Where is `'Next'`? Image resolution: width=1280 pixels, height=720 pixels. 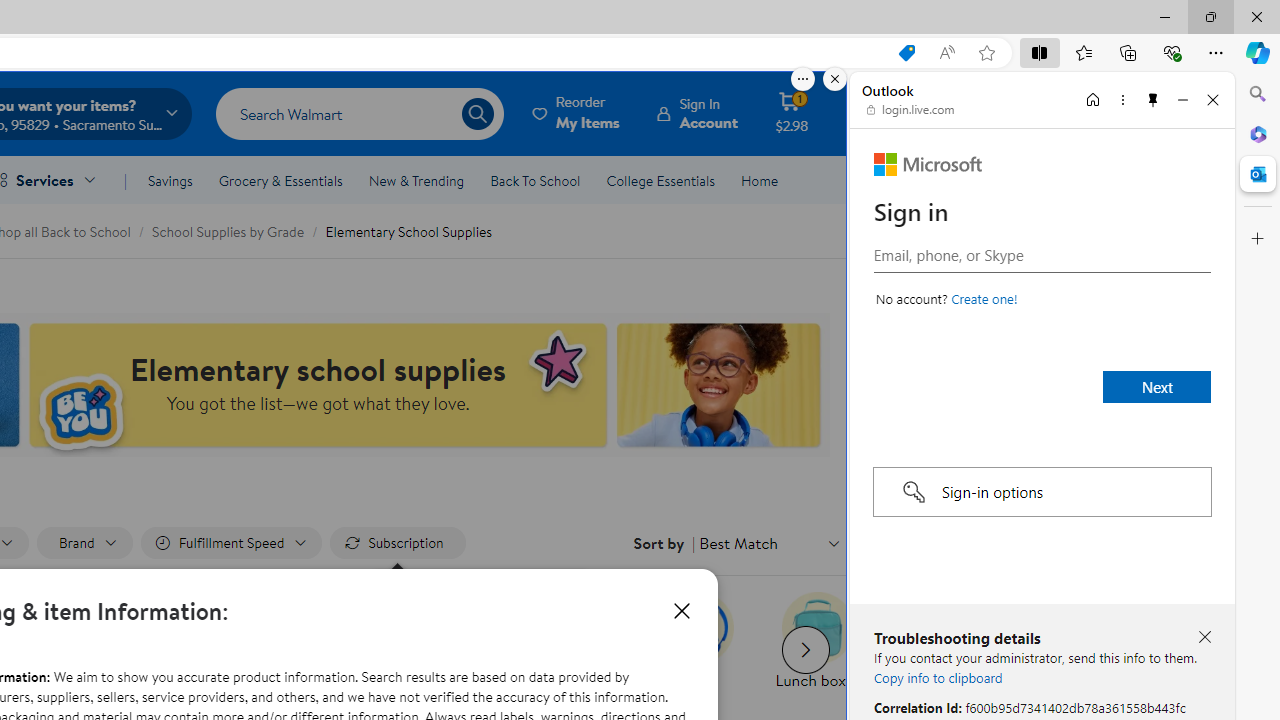 'Next' is located at coordinates (1157, 387).